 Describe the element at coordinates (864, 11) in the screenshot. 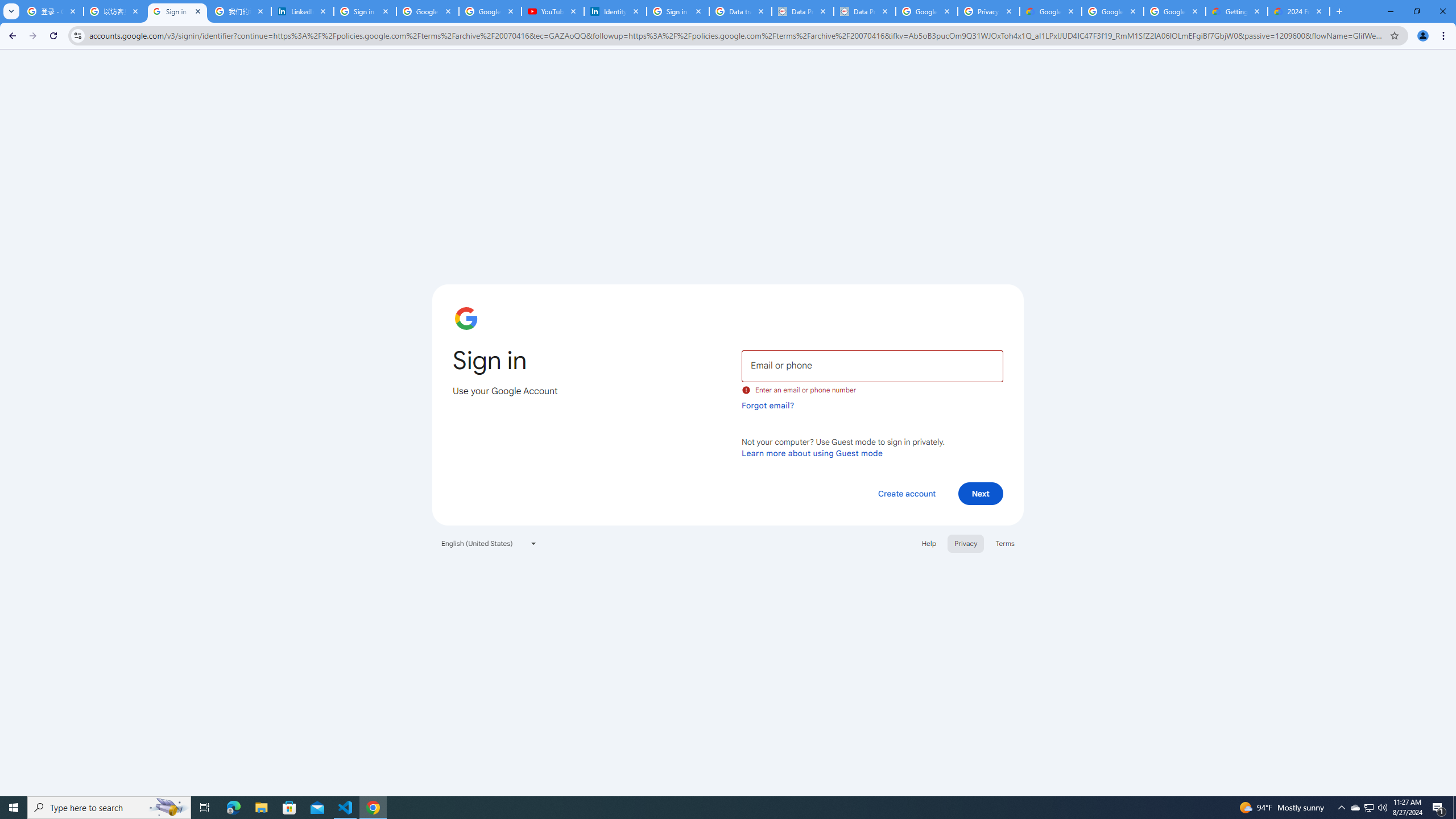

I see `'Data Privacy Framework'` at that location.